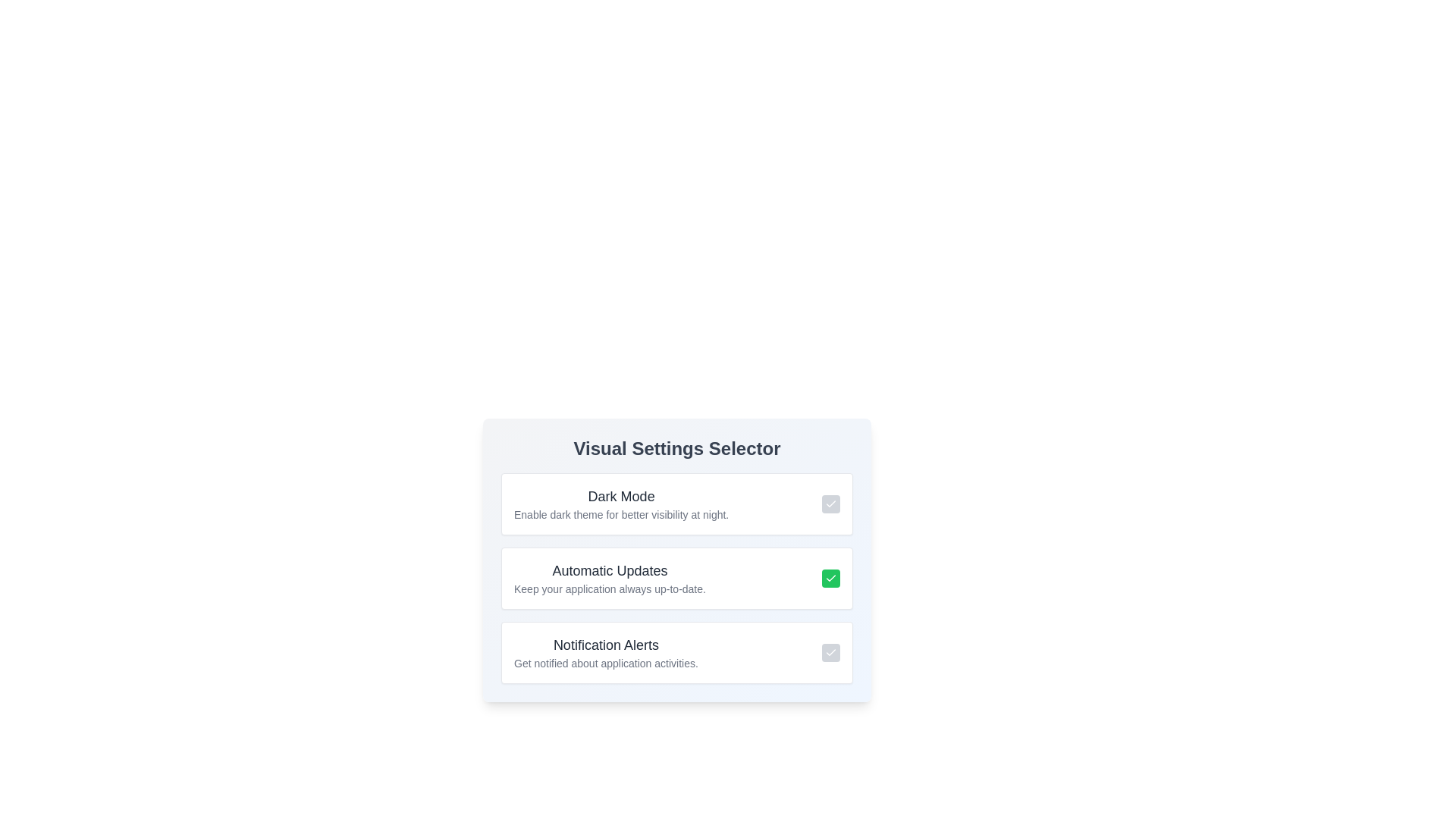  Describe the element at coordinates (830, 579) in the screenshot. I see `the toggle state icon for 'Automatic Updates' located` at that location.